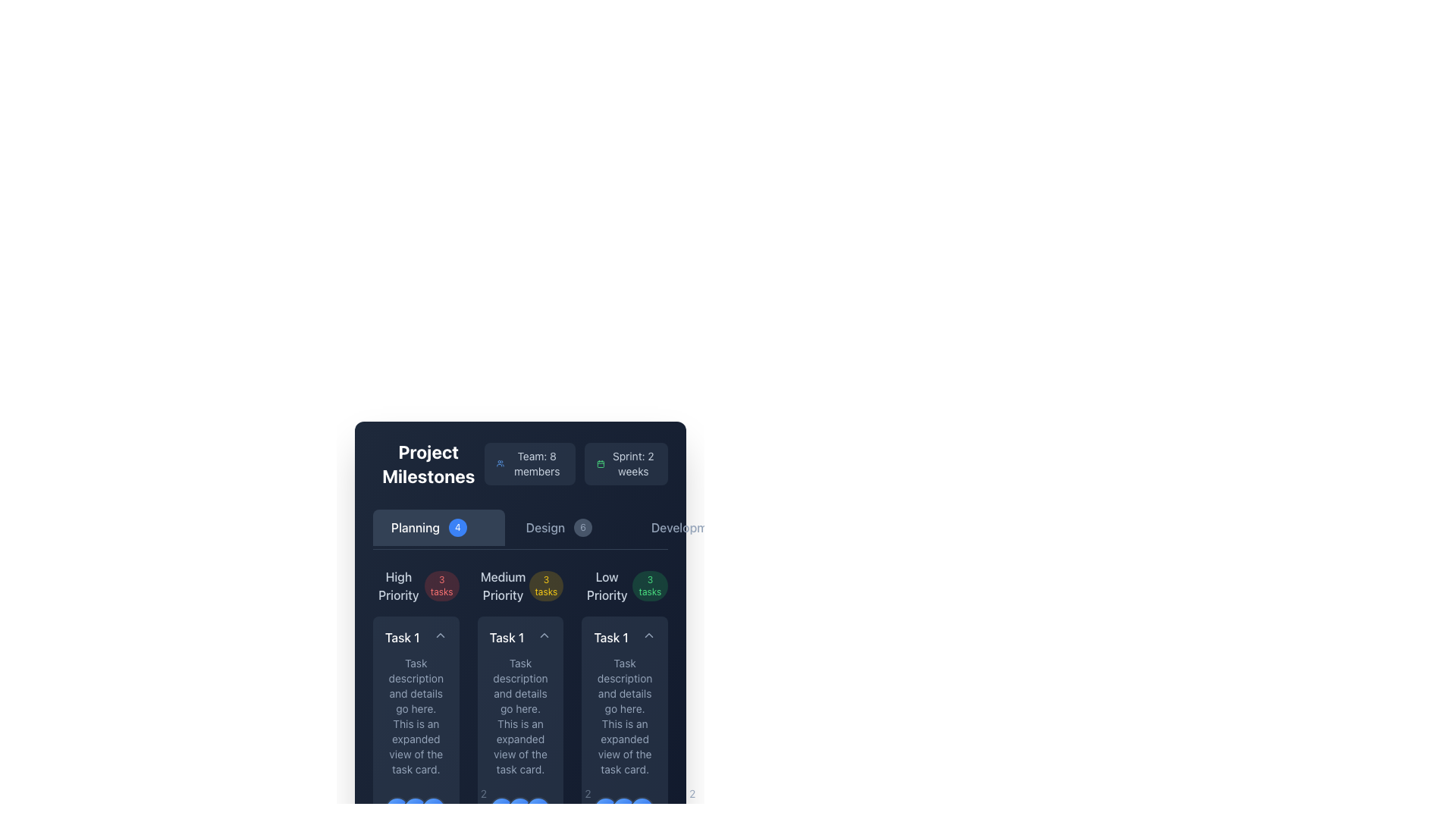 The image size is (1456, 819). I want to click on the Text label in the header section of the task card labeled 'Medium Priority', so click(520, 637).